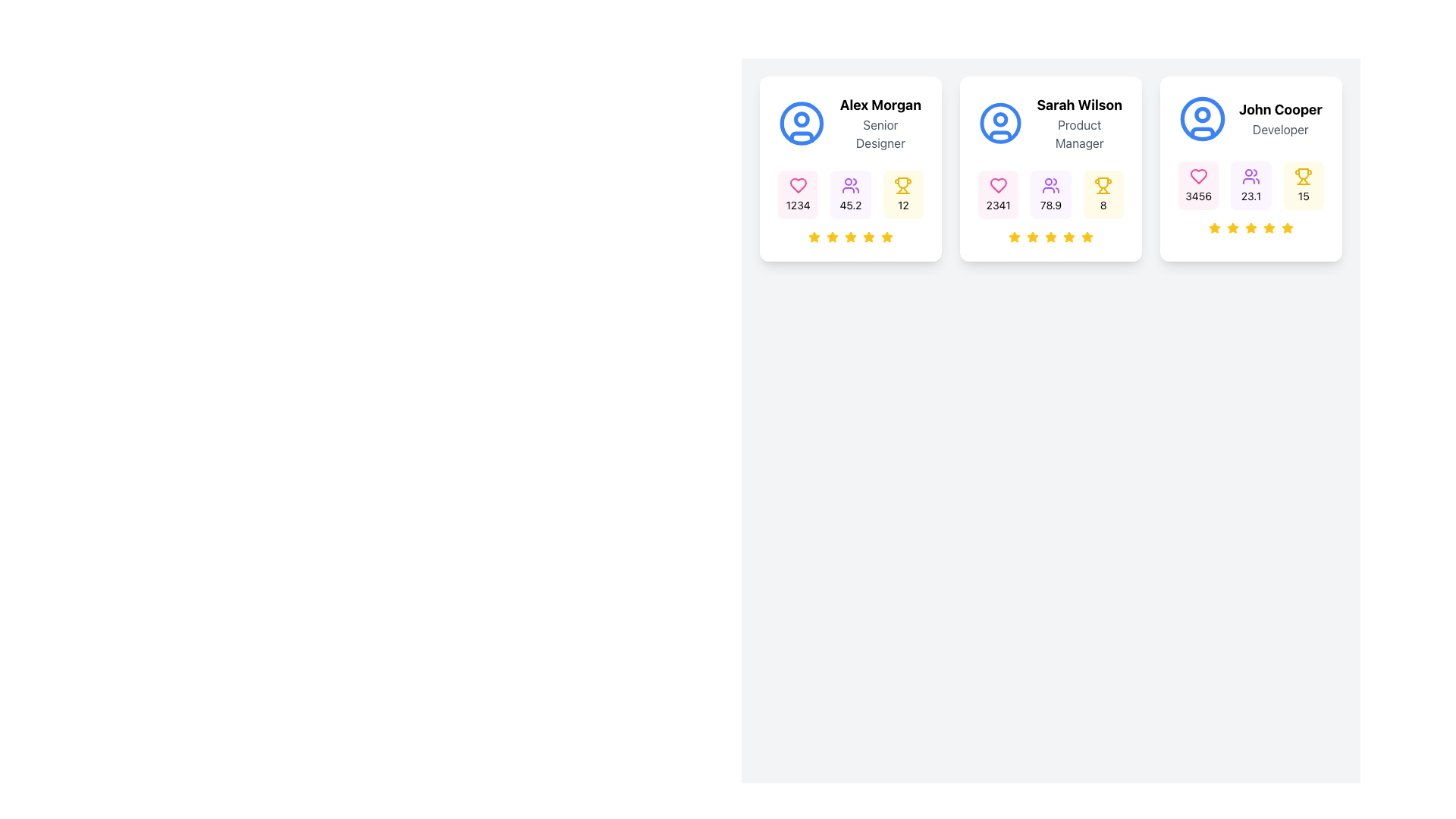  I want to click on the pink heart icon styled with a hollow design, located at the top center of the second card from the left below the user name 'Sarah Wilson', so click(797, 185).